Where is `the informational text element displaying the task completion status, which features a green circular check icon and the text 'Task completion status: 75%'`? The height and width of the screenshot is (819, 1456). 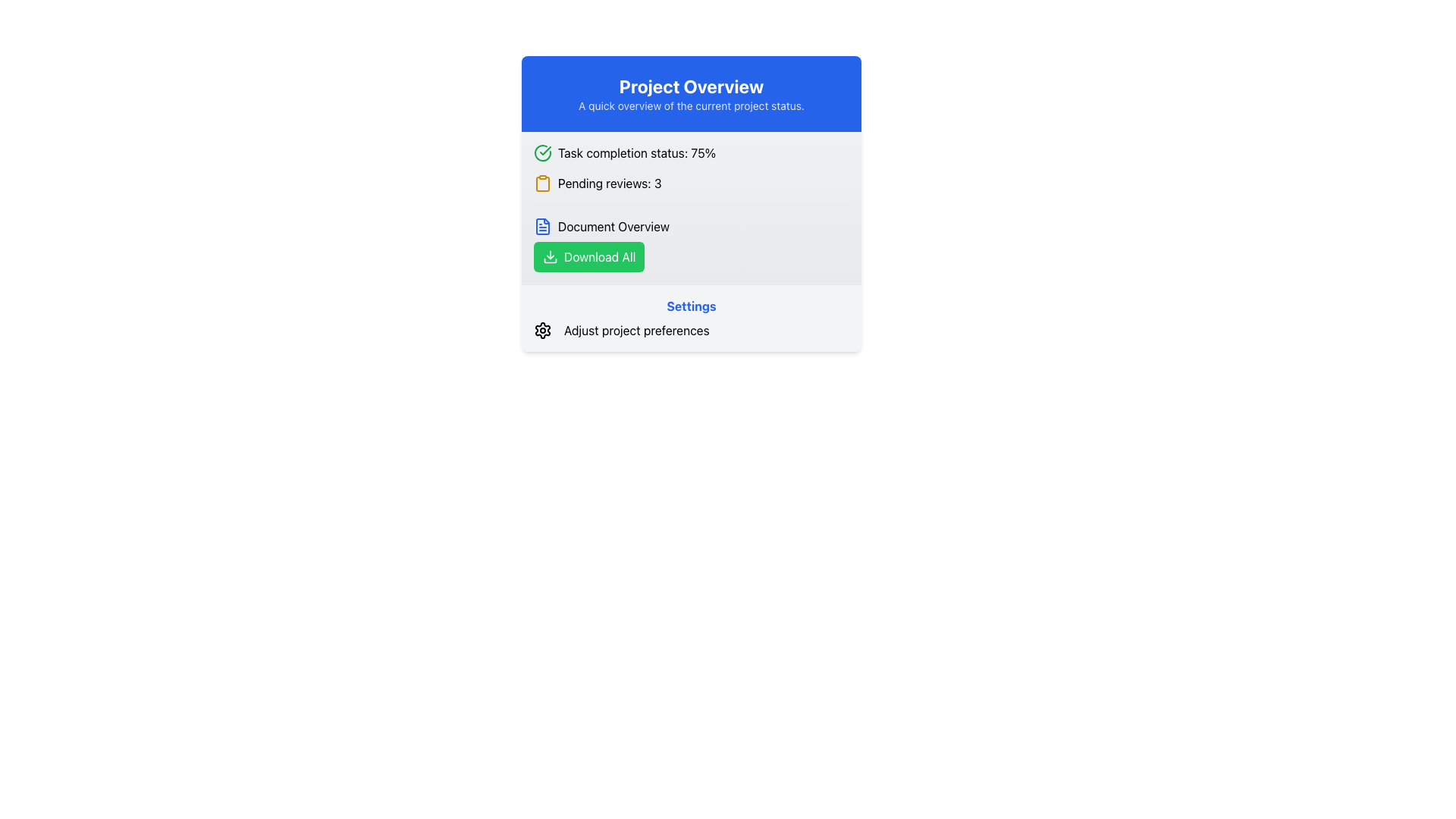 the informational text element displaying the task completion status, which features a green circular check icon and the text 'Task completion status: 75%' is located at coordinates (691, 152).